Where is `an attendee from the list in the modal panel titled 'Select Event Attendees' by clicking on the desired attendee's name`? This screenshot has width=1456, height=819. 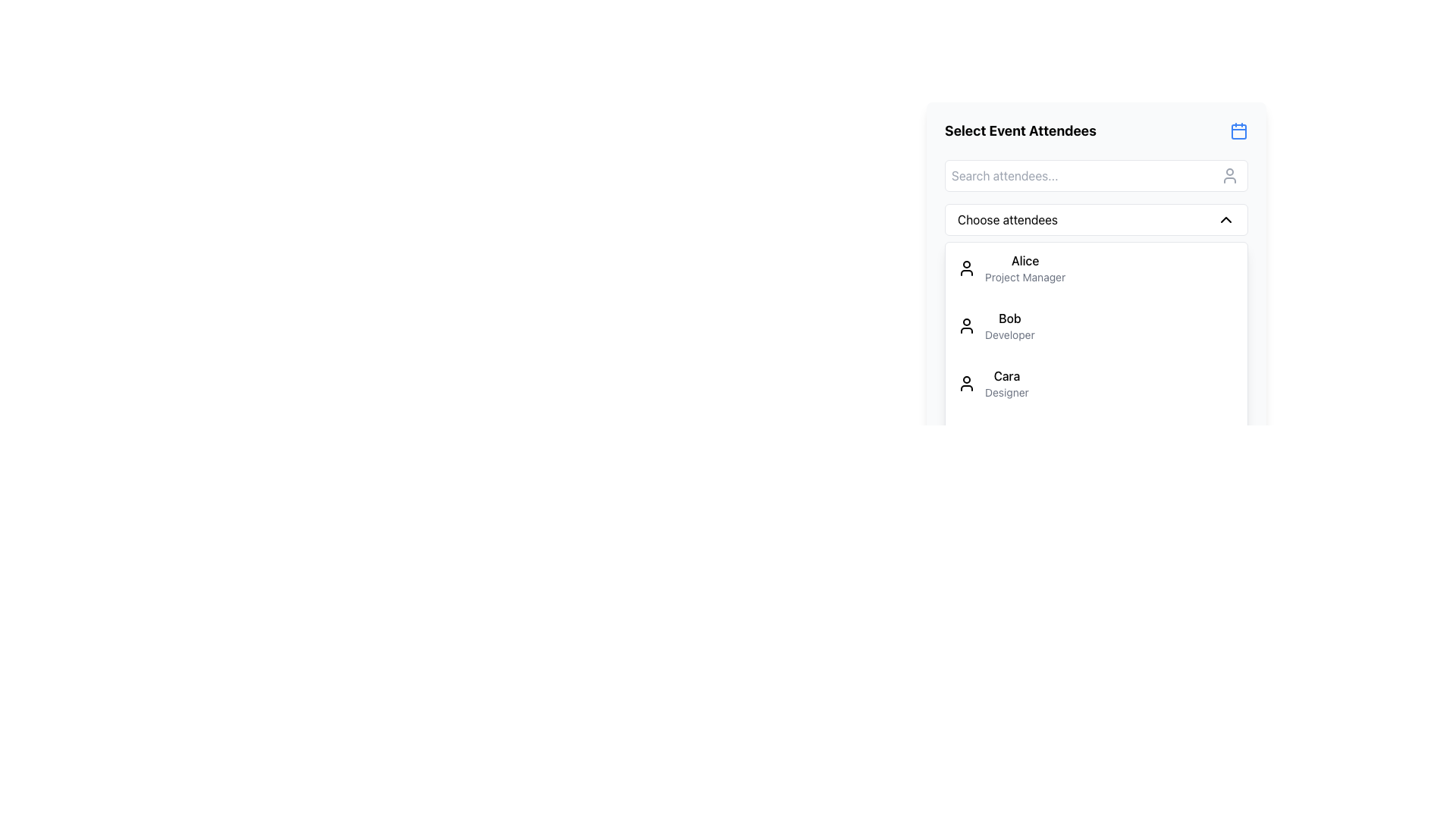 an attendee from the list in the modal panel titled 'Select Event Attendees' by clicking on the desired attendee's name is located at coordinates (1096, 253).